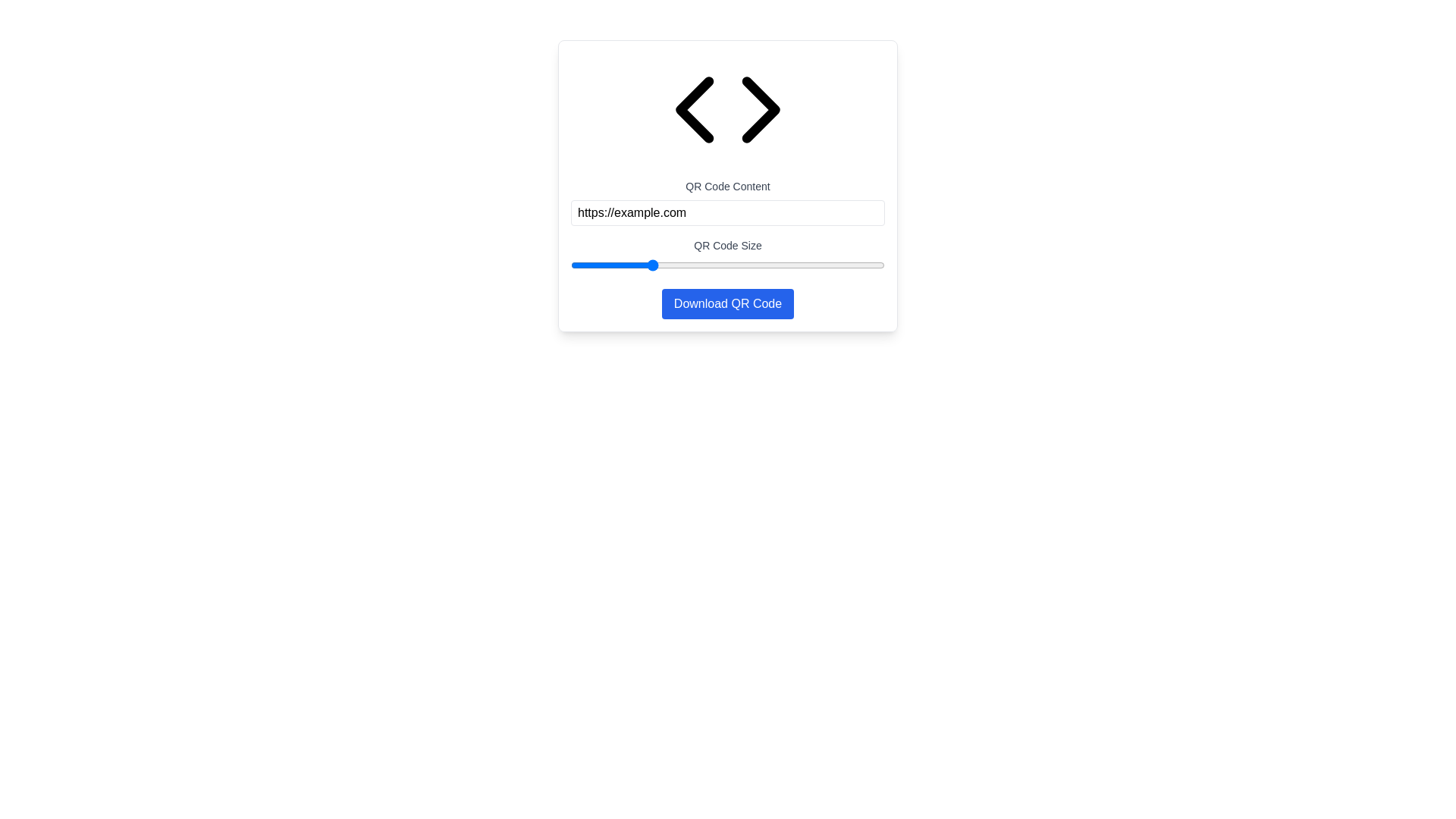  What do you see at coordinates (758, 265) in the screenshot?
I see `the QR code size` at bounding box center [758, 265].